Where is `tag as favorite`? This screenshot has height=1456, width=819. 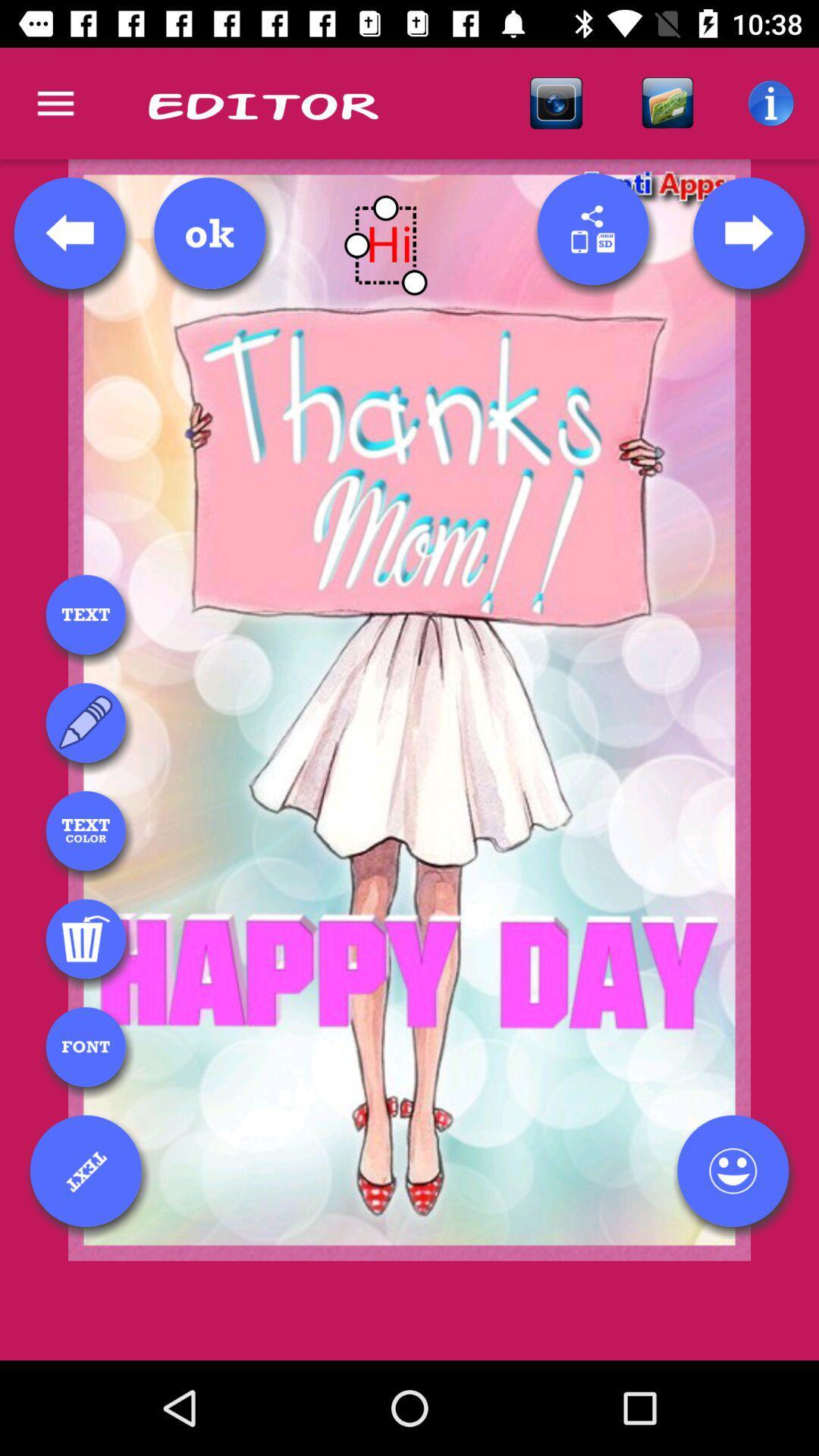
tag as favorite is located at coordinates (732, 1170).